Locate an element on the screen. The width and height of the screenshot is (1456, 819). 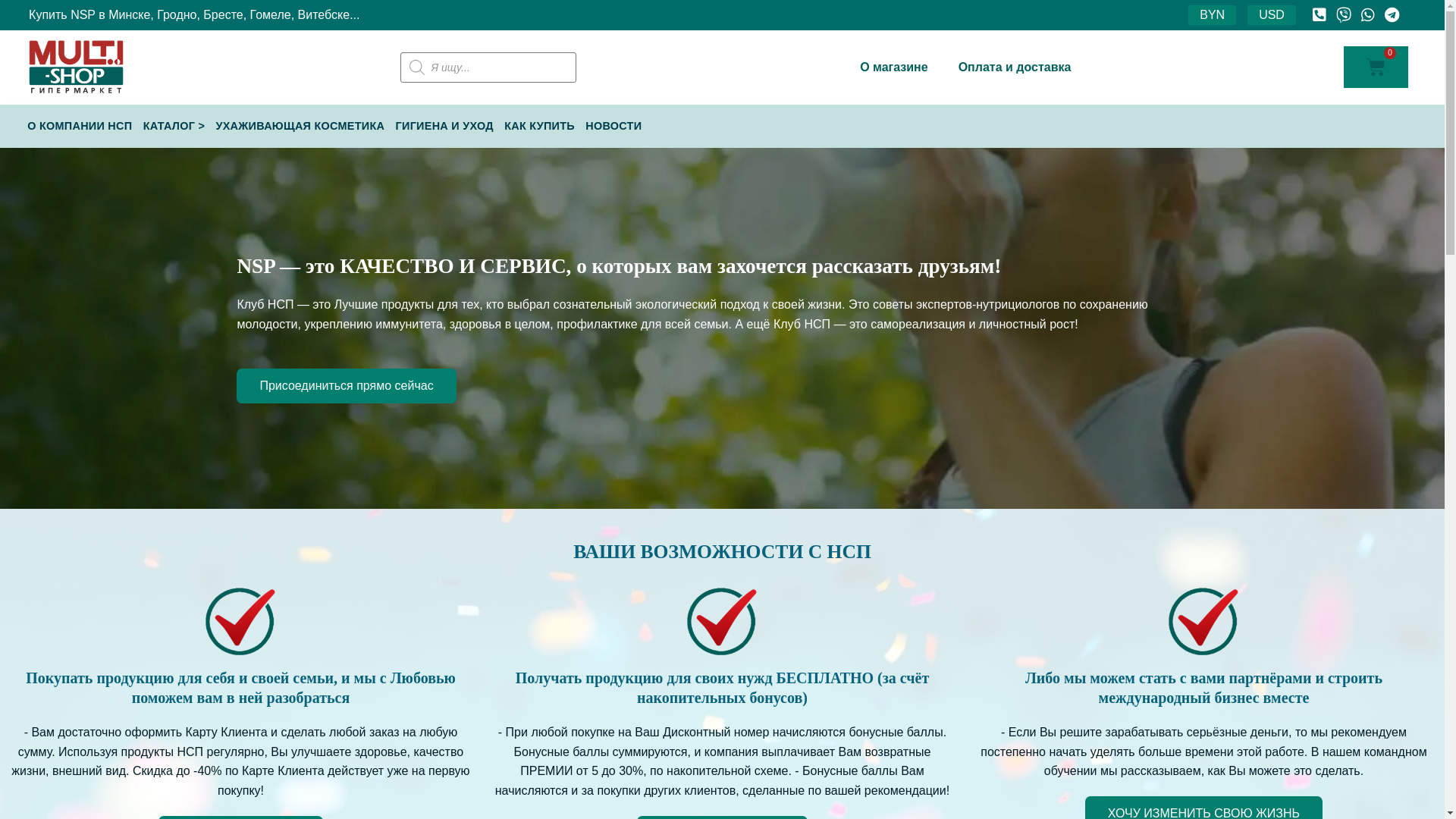
'USD' is located at coordinates (1271, 14).